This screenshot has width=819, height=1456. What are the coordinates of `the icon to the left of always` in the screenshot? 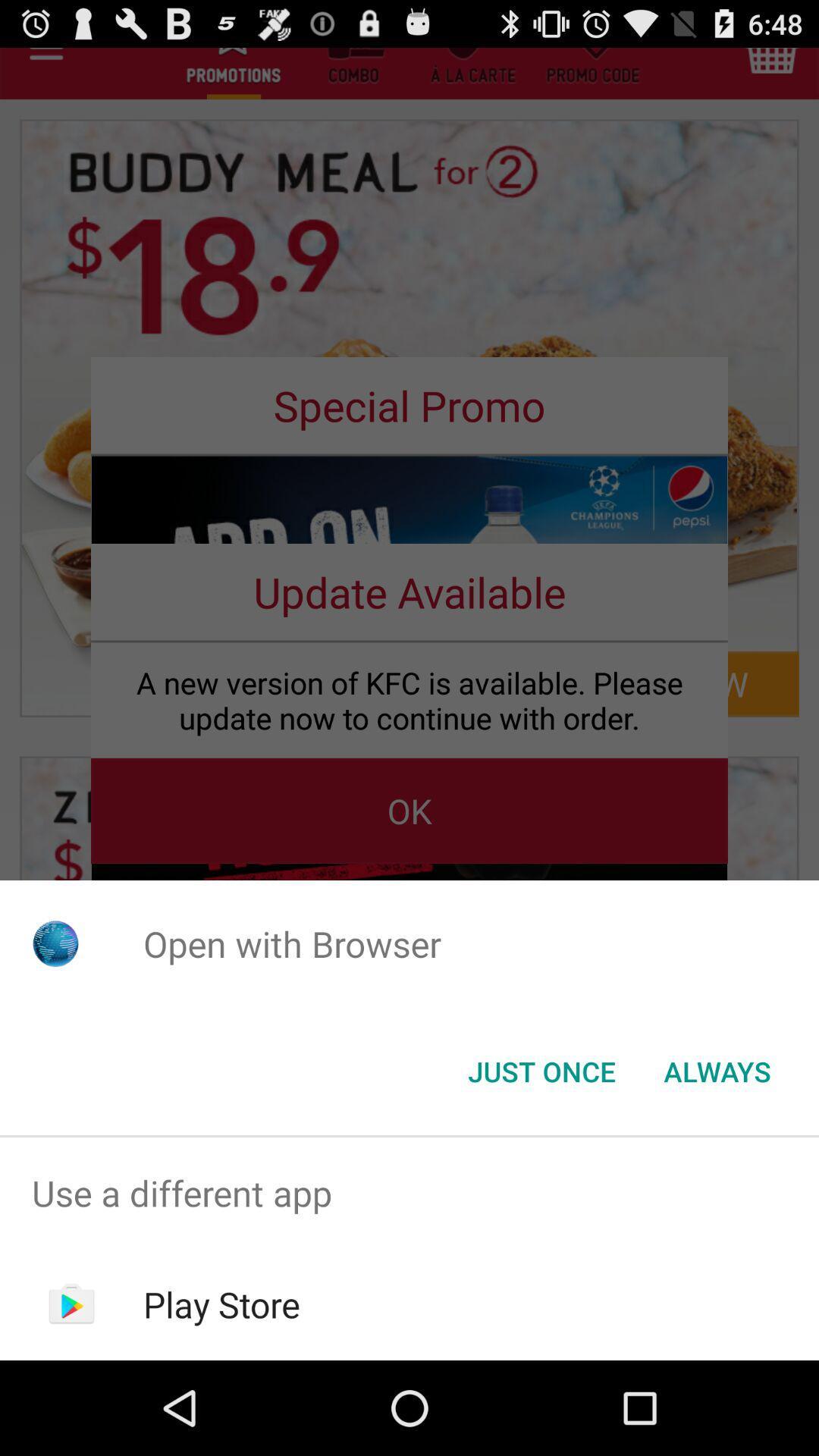 It's located at (541, 1070).